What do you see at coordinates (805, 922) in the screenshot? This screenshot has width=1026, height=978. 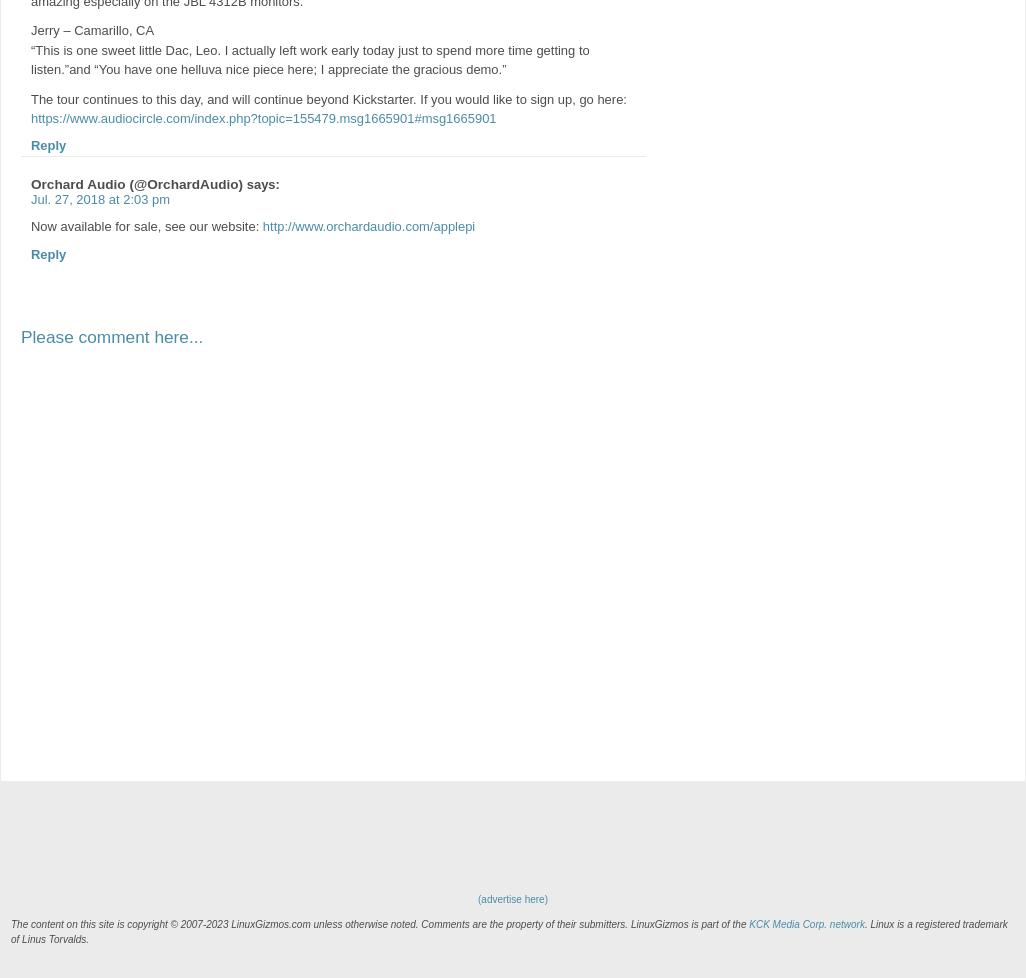 I see `'KCK Media Corp. network'` at bounding box center [805, 922].